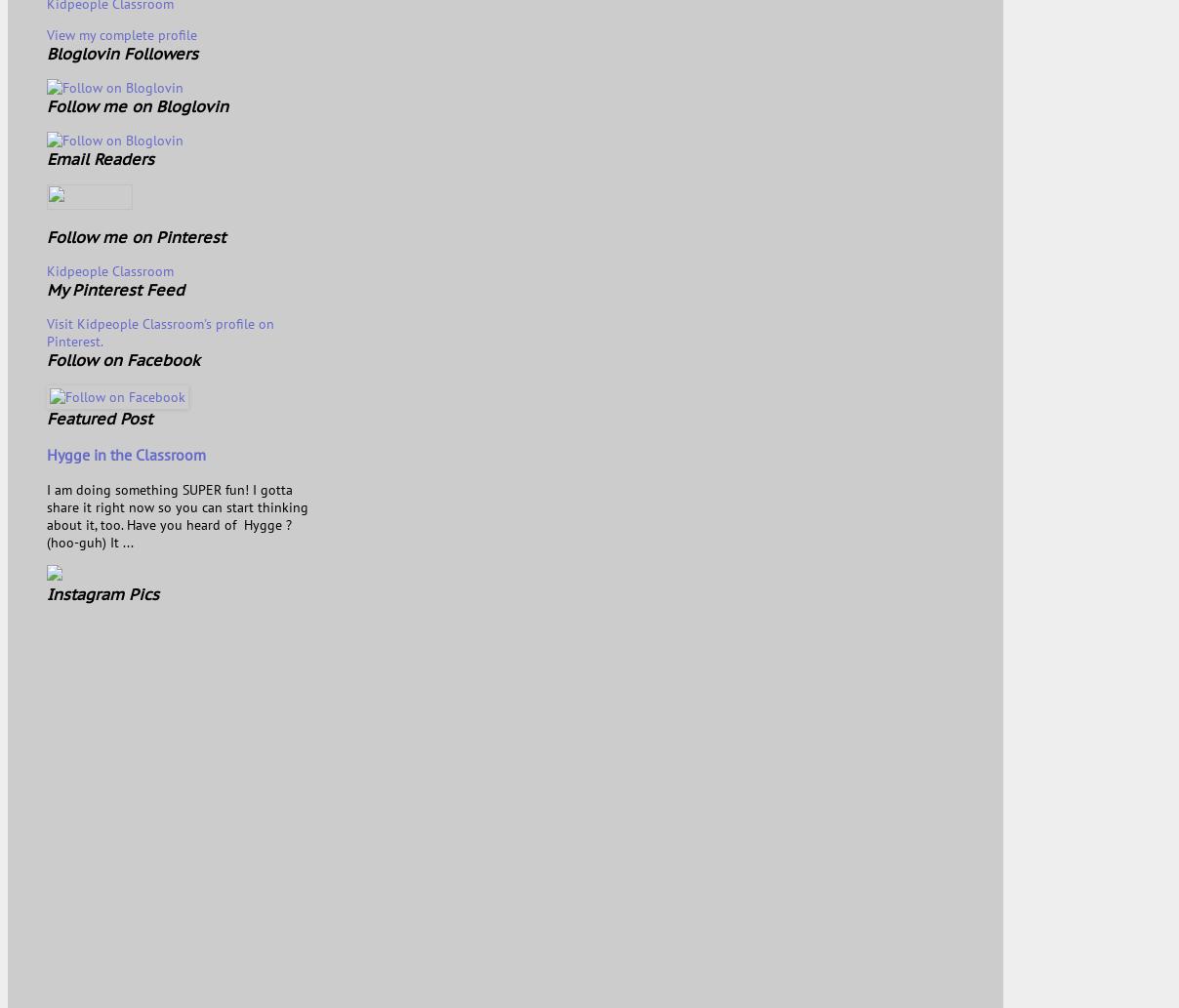 Image resolution: width=1179 pixels, height=1008 pixels. Describe the element at coordinates (98, 417) in the screenshot. I see `'Featured Post'` at that location.